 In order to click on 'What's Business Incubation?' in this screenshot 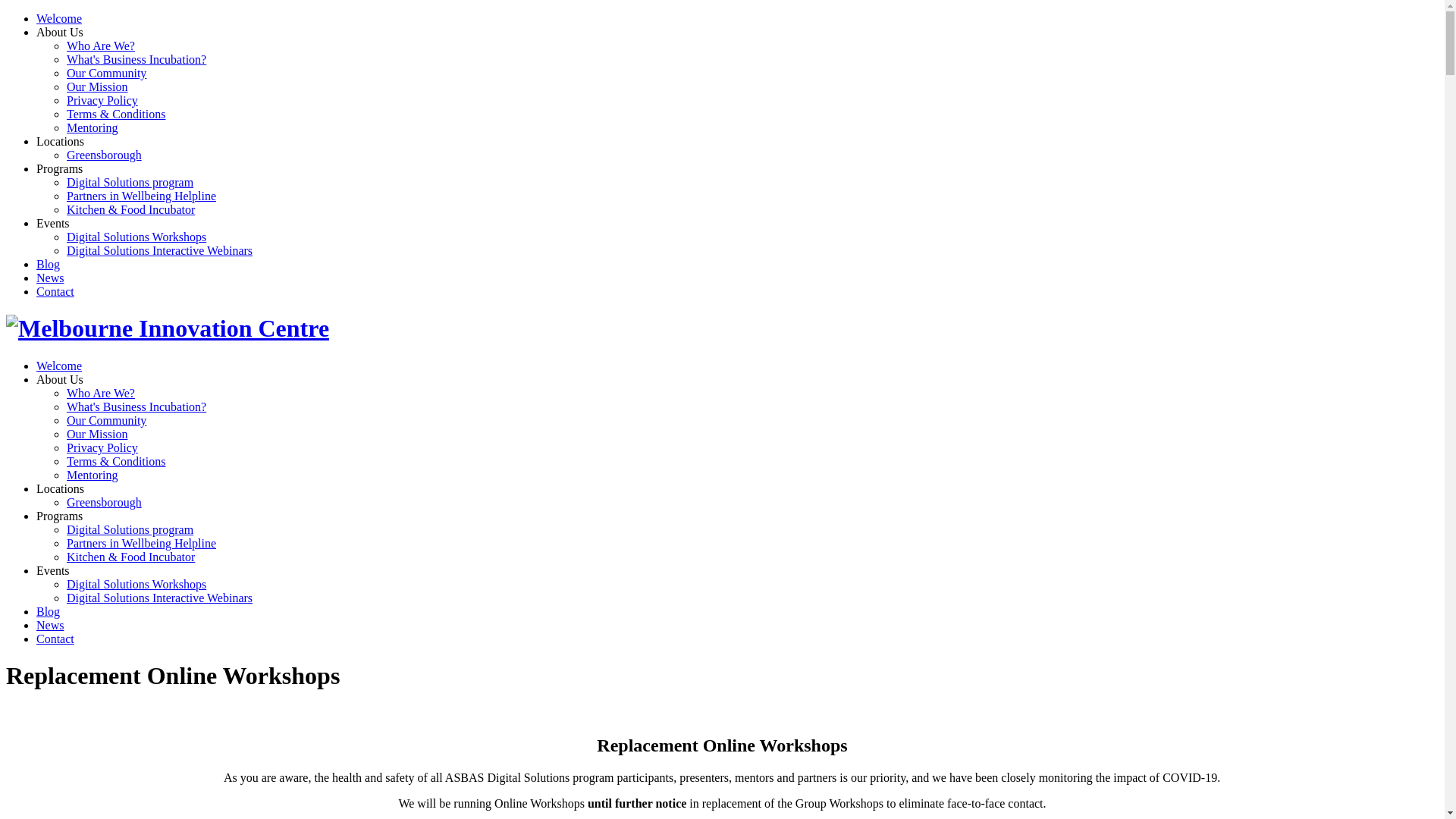, I will do `click(136, 406)`.